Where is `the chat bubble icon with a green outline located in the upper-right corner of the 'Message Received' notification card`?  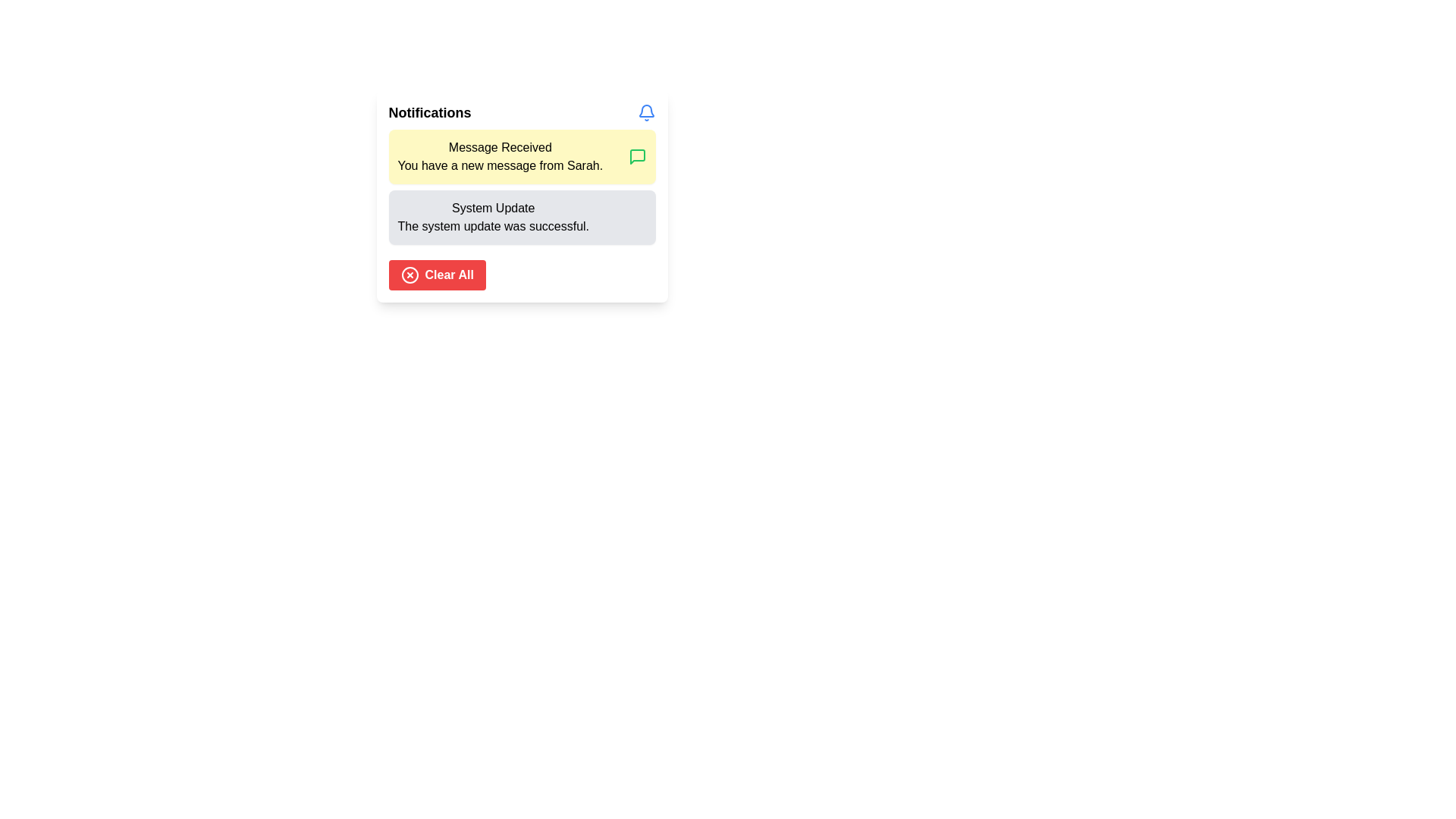 the chat bubble icon with a green outline located in the upper-right corner of the 'Message Received' notification card is located at coordinates (637, 157).